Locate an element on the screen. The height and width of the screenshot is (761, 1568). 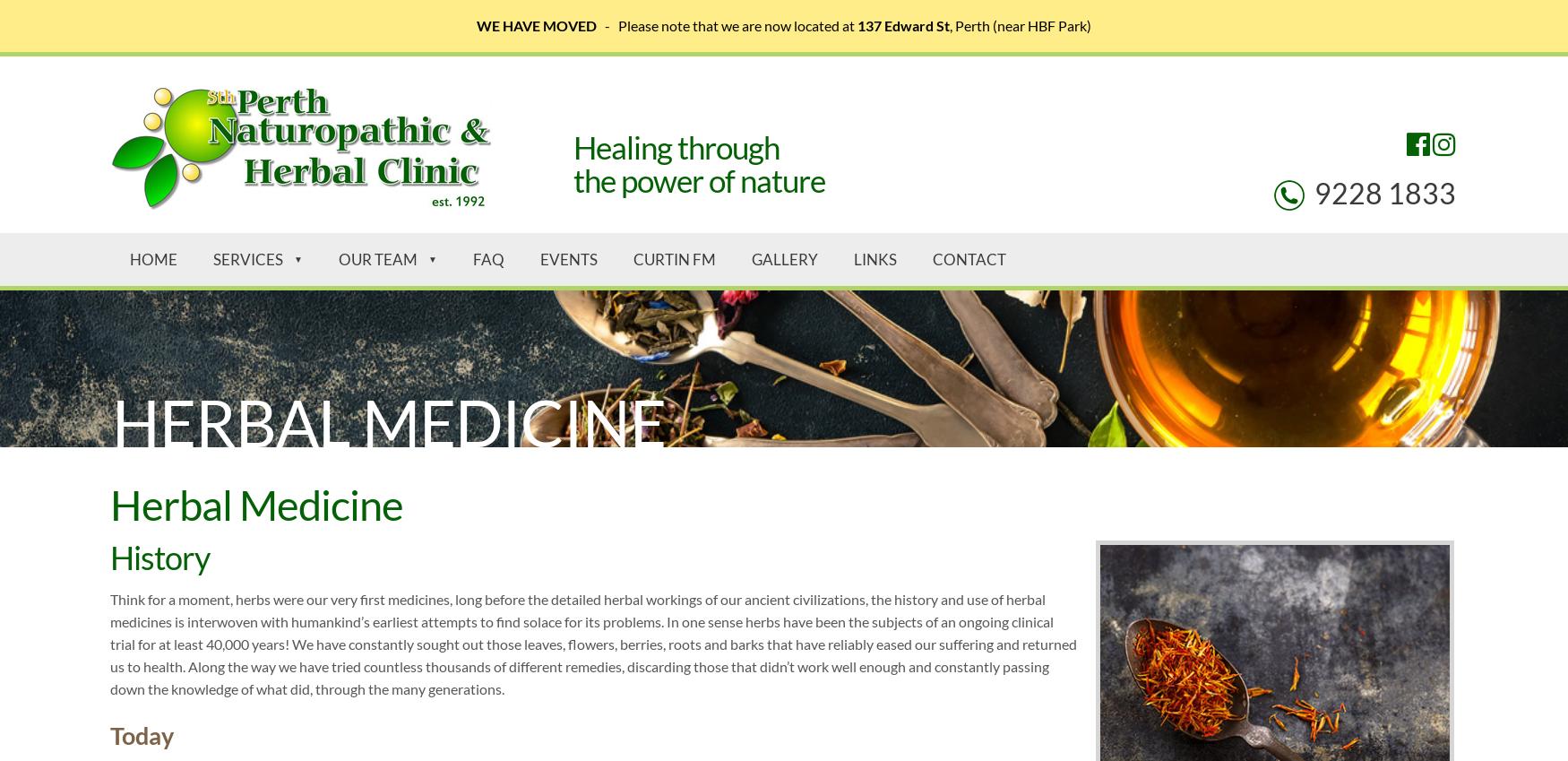
'Think for a moment, herbs were our very first medicines, long before the detailed herbal workings of our ancient civilizations, the history and use of herbal medicines is interwoven with humankind’s earliest attempts to find solace for its problems. In one sense herbs have been the subjects of an ongoing clinical trial for at least 40,000 years! We have constantly sought out those leaves, flowers, berries, roots and barks that have reliably eased our suffering and returned us to health. Along the way we have tried countless thousands of different remedies, discarding those that didn’t work well enough and constantly passing down the knowledge of what did, through the many generations.' is located at coordinates (591, 643).